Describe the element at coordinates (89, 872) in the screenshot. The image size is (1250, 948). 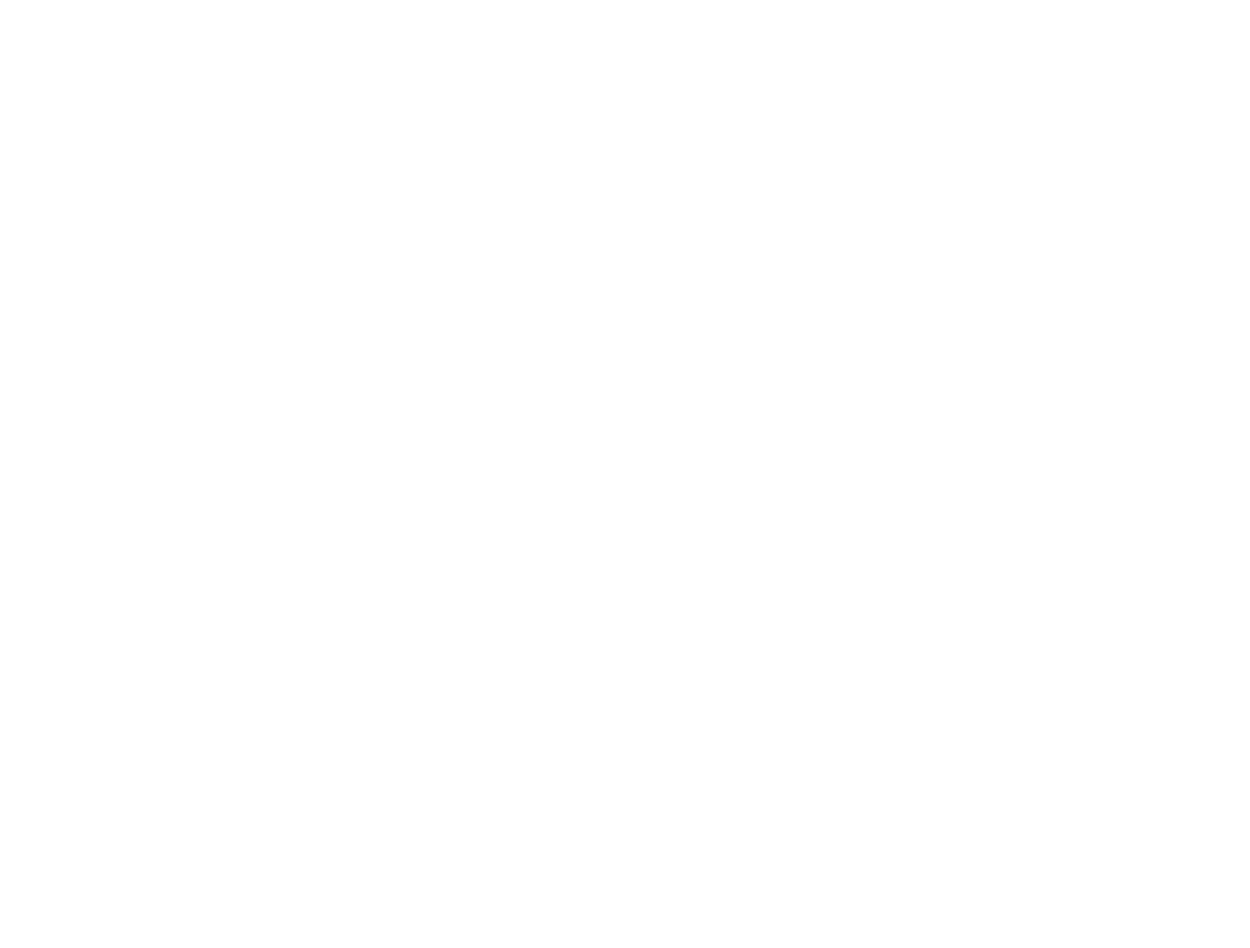
I see `'Feel Alive'` at that location.